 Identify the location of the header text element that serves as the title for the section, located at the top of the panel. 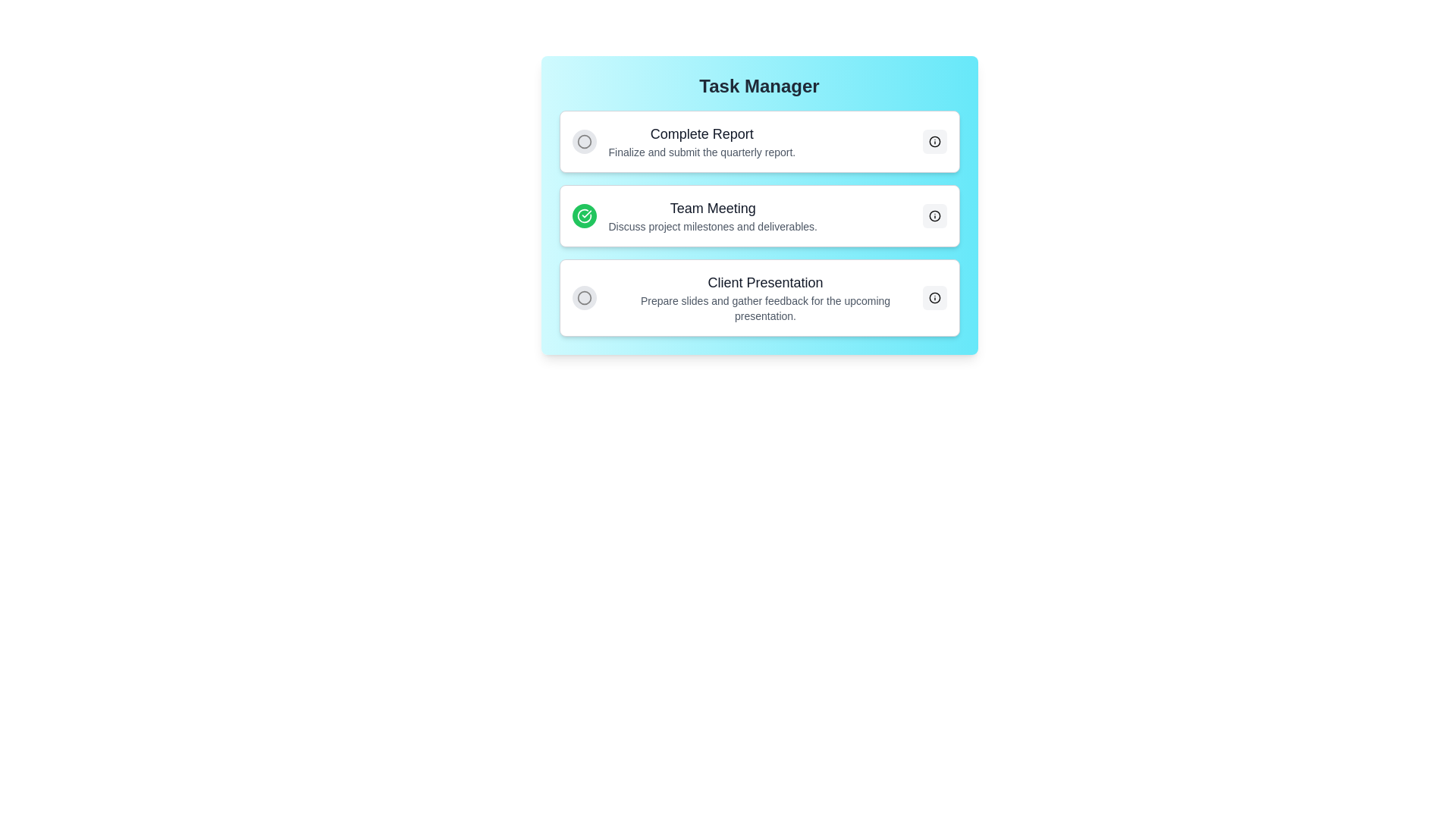
(759, 86).